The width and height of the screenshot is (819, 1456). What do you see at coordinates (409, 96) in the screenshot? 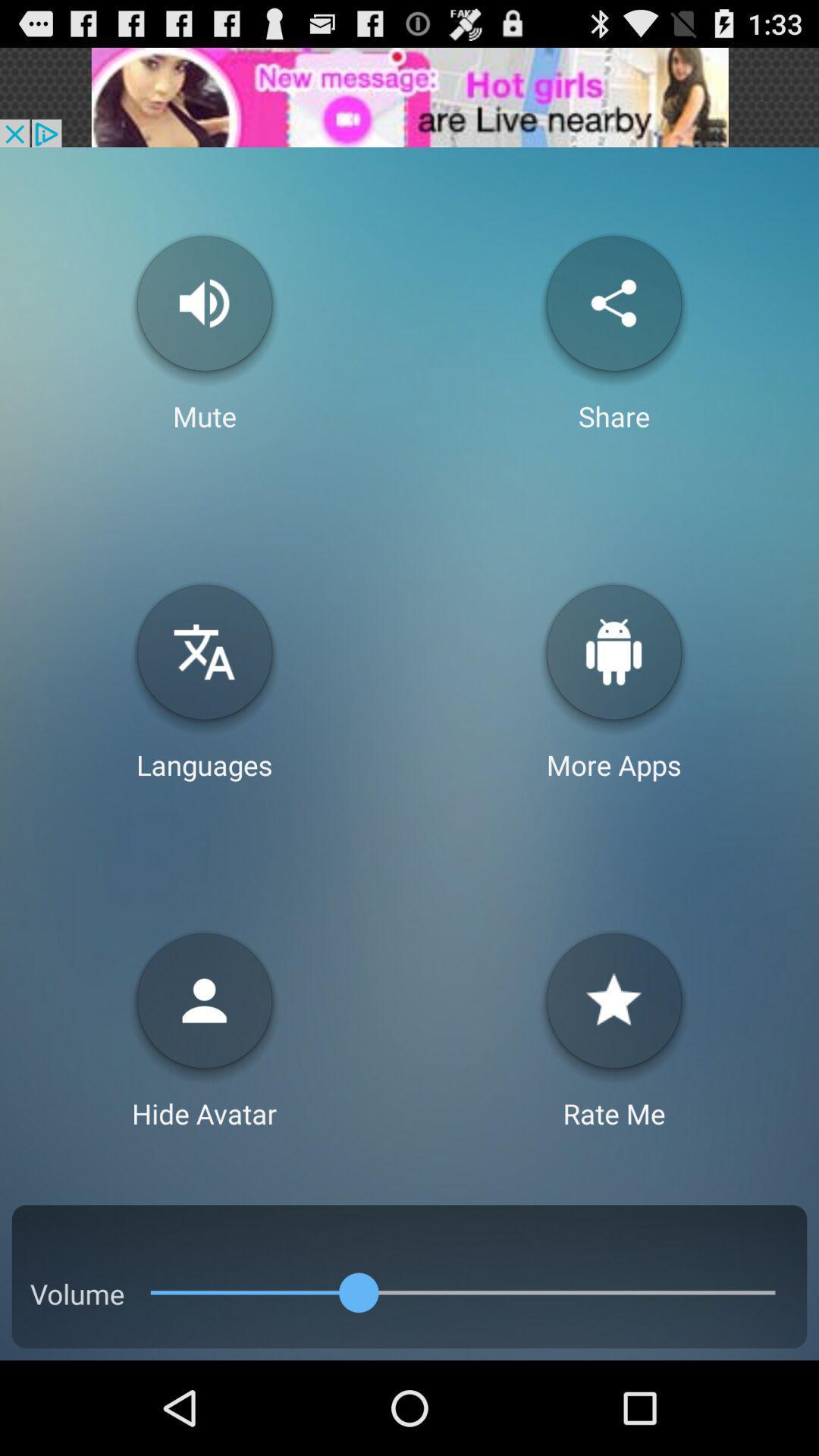
I see `advertisement` at bounding box center [409, 96].